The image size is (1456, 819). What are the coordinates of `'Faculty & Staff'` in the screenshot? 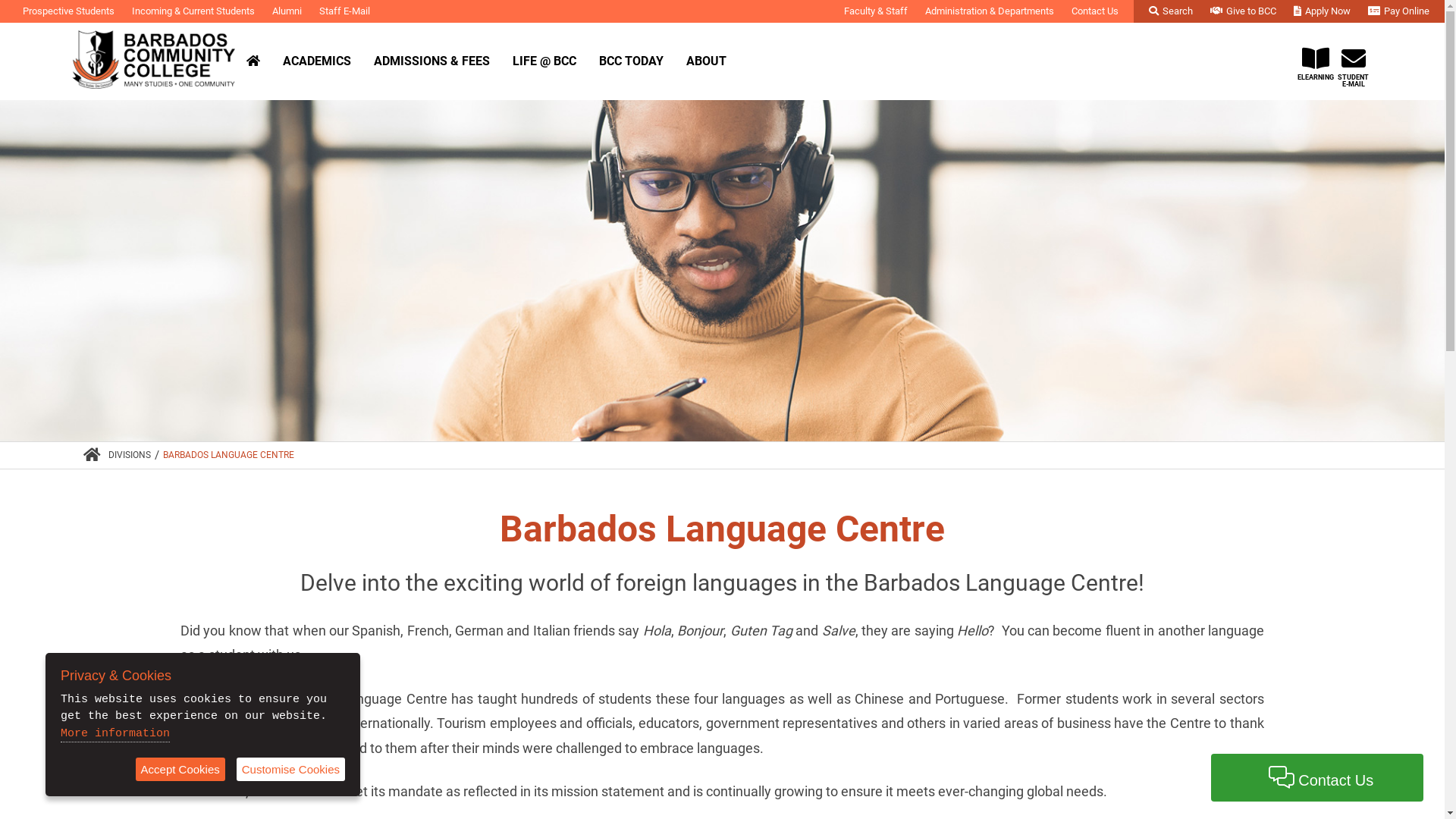 It's located at (876, 11).